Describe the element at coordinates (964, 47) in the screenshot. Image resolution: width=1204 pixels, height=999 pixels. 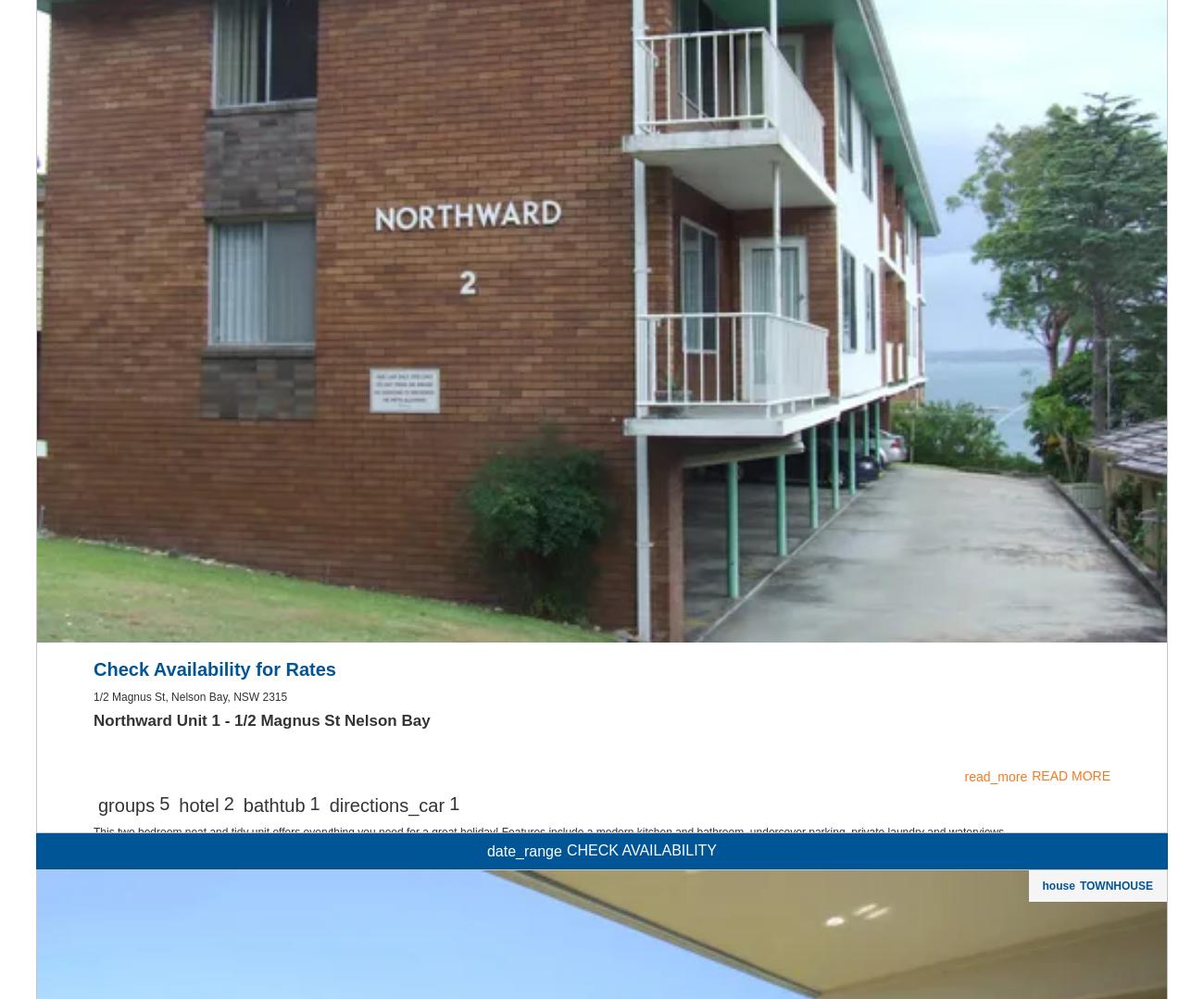
I see `'read_more'` at that location.